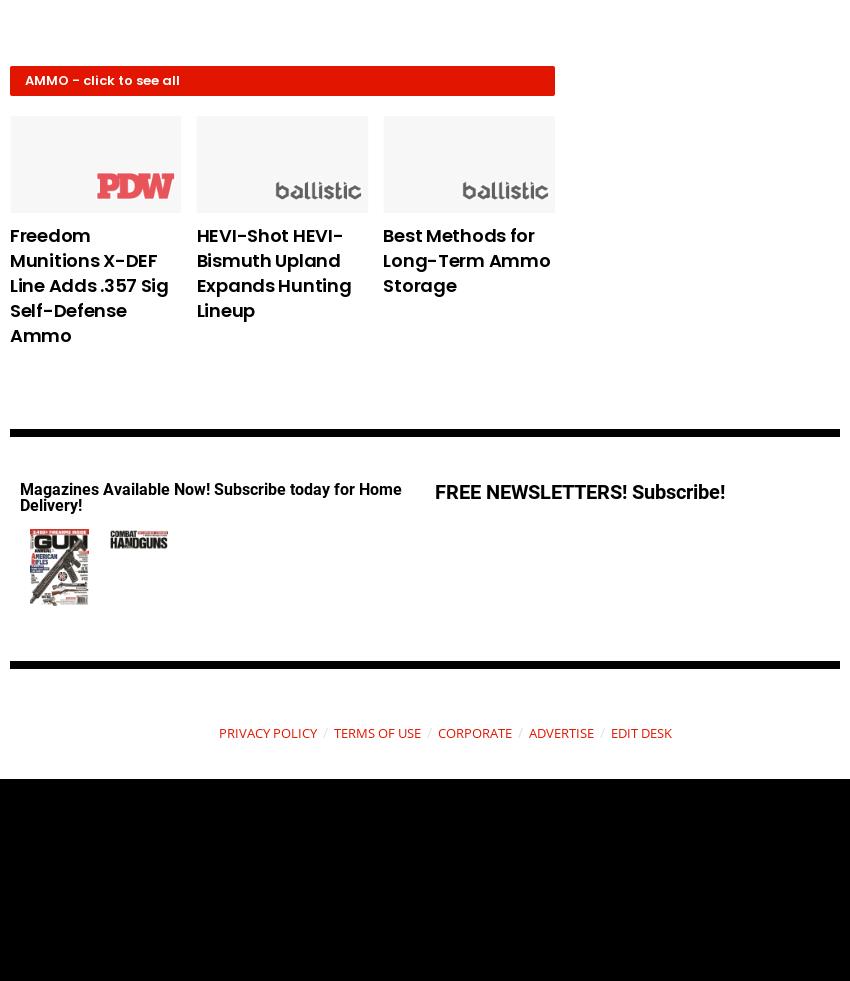 This screenshot has height=981, width=850. Describe the element at coordinates (634, 258) in the screenshot. I see `'.410 Ammo for Home Defense [2023]'` at that location.